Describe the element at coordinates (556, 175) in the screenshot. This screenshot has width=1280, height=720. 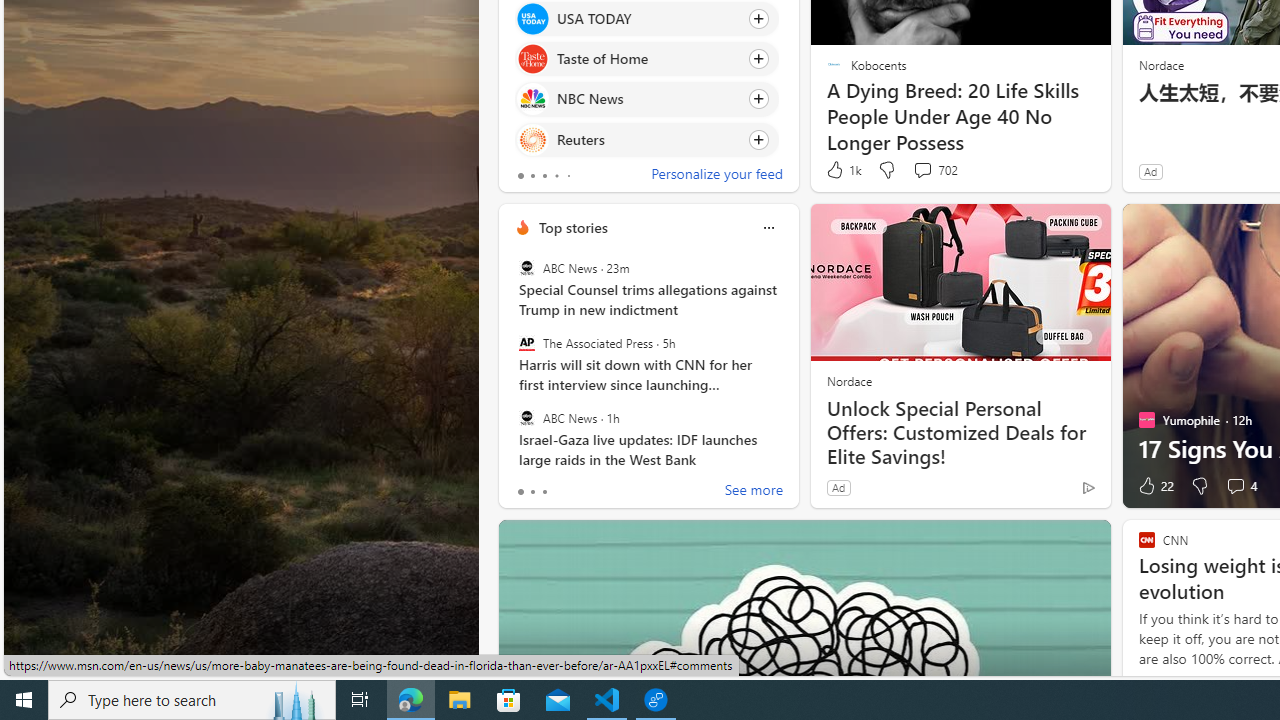
I see `'tab-3'` at that location.